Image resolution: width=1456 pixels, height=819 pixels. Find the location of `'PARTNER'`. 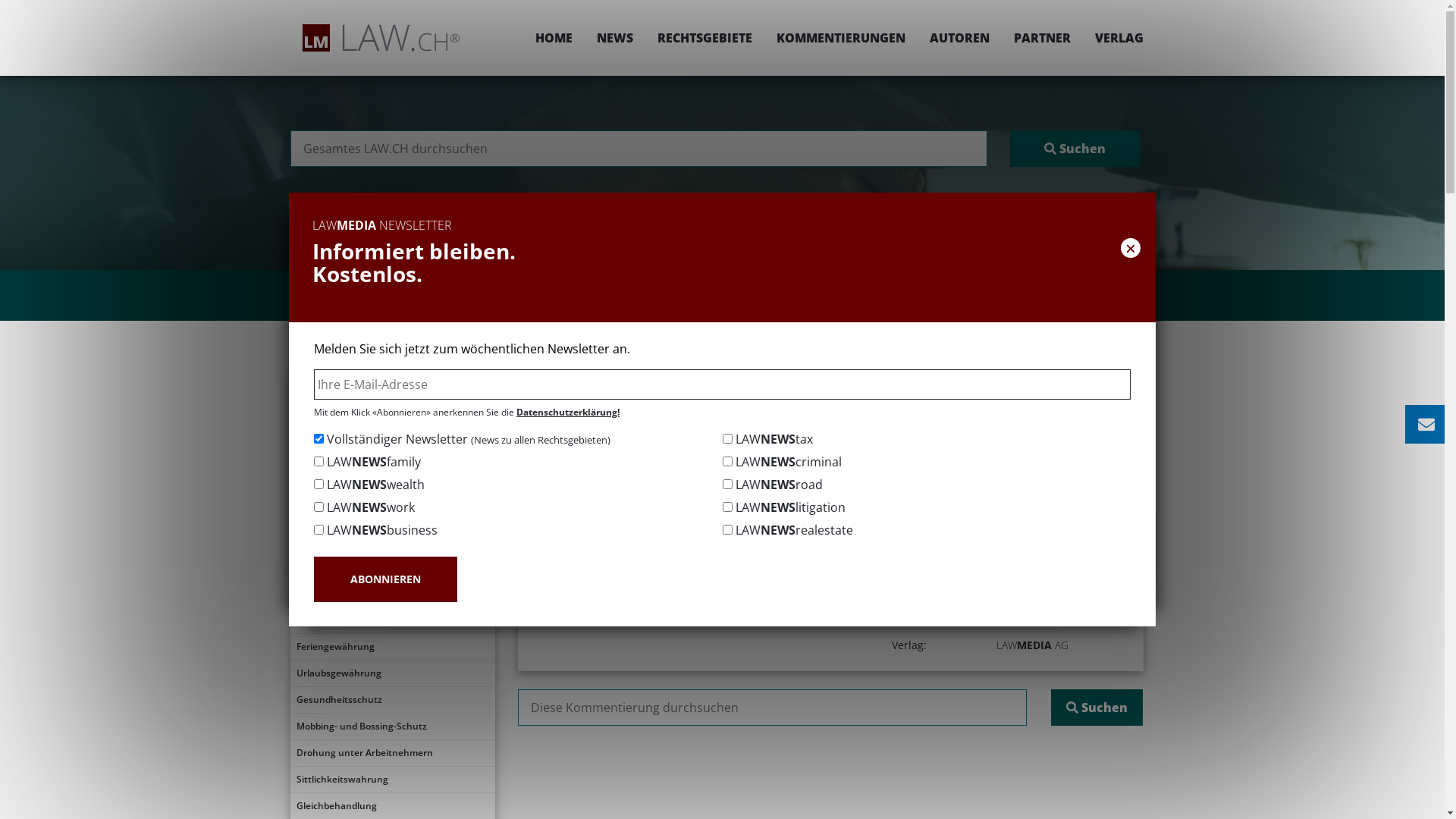

'PARTNER' is located at coordinates (1001, 37).